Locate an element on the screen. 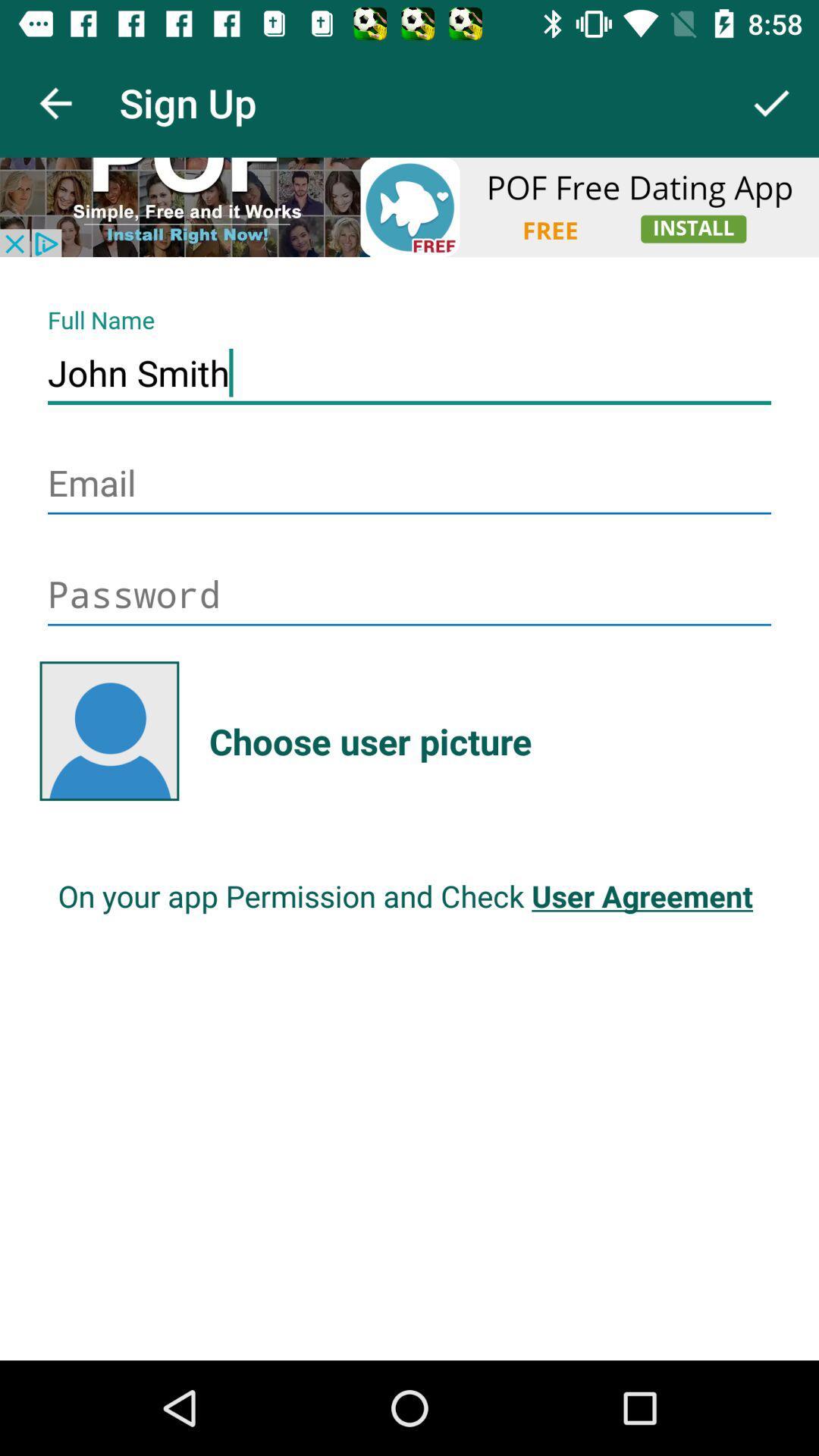 This screenshot has width=819, height=1456. pas is located at coordinates (409, 595).